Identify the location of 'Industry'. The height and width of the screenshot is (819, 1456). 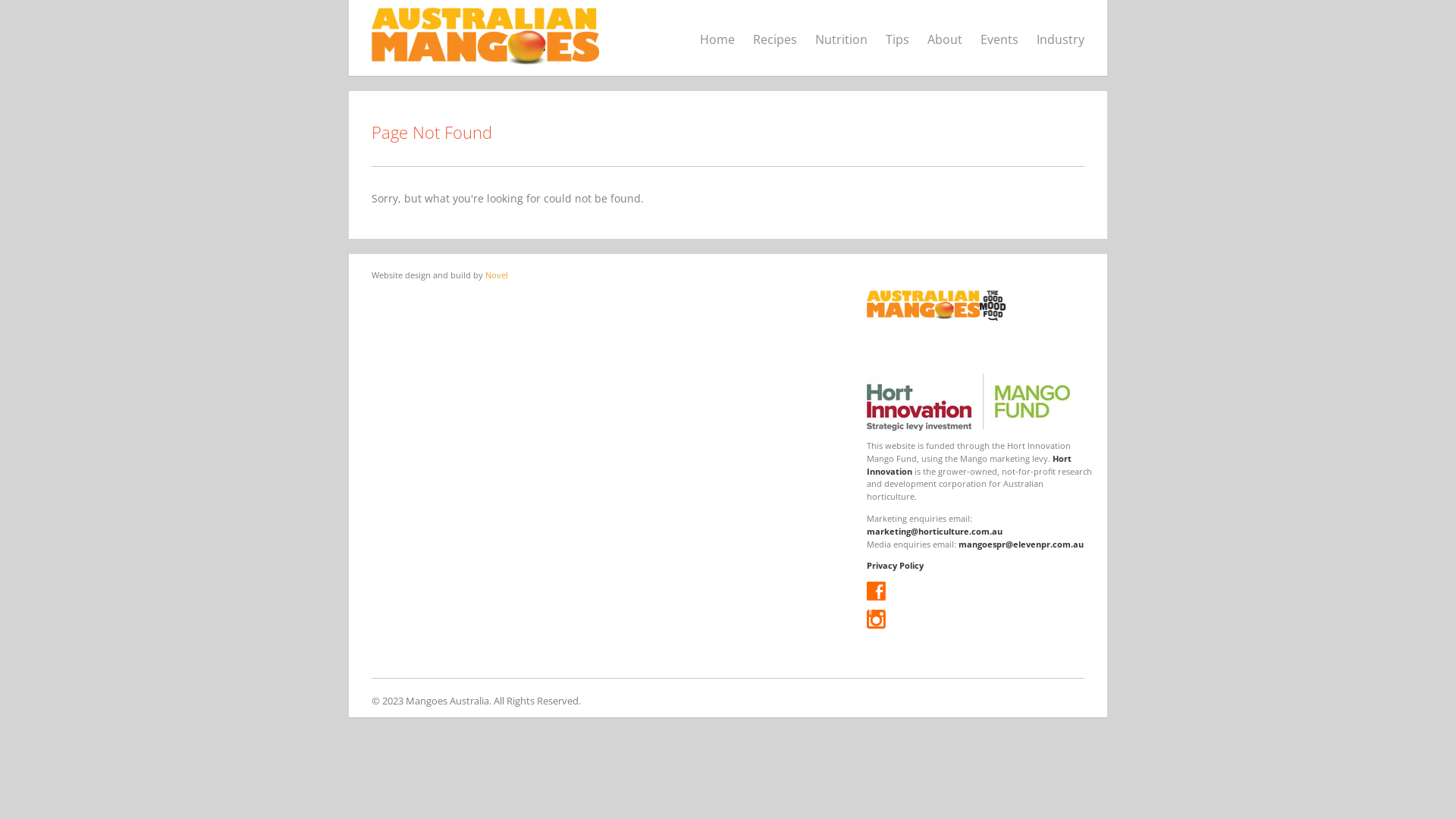
(1036, 39).